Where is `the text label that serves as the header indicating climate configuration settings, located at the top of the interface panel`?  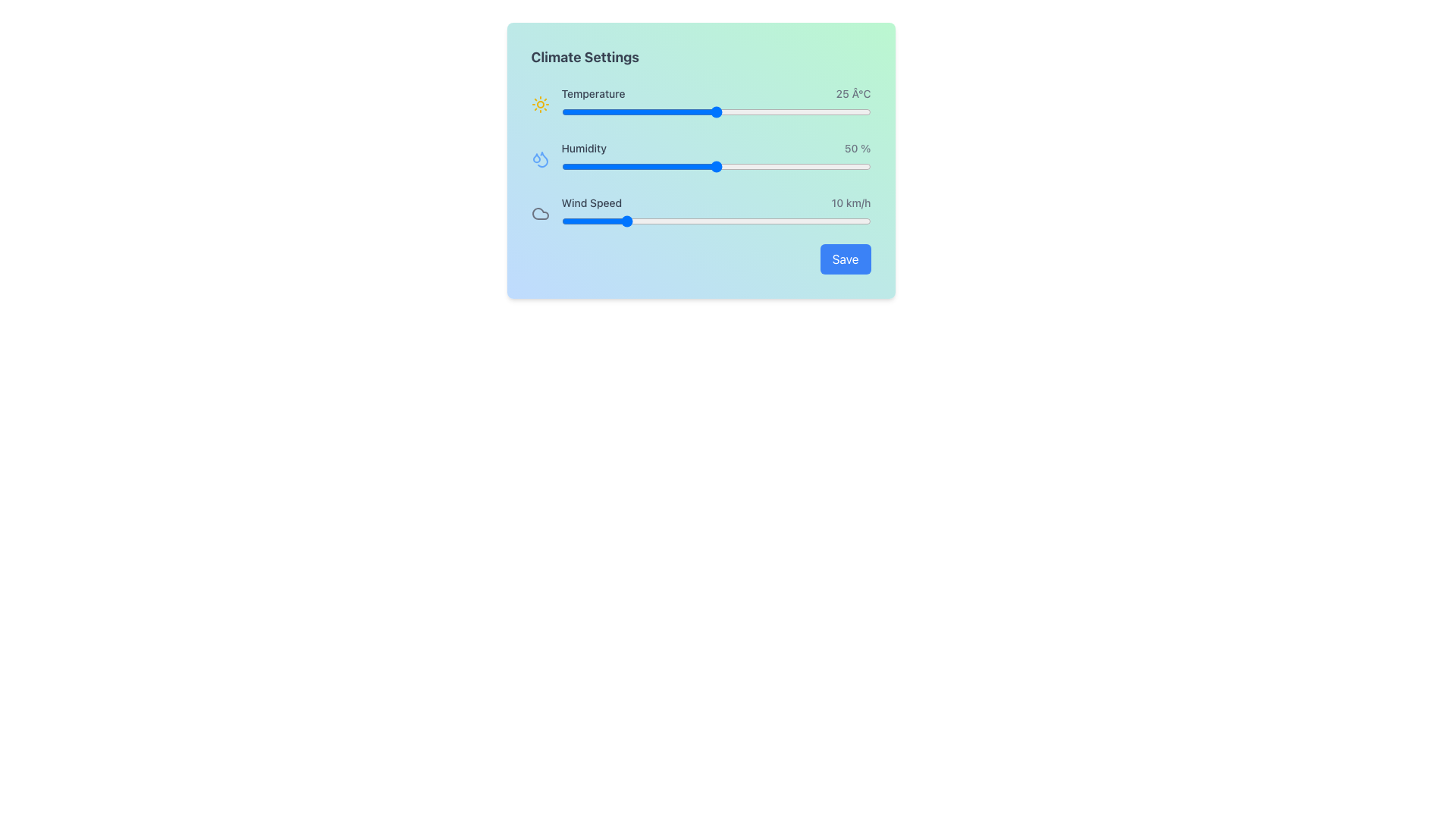
the text label that serves as the header indicating climate configuration settings, located at the top of the interface panel is located at coordinates (584, 57).